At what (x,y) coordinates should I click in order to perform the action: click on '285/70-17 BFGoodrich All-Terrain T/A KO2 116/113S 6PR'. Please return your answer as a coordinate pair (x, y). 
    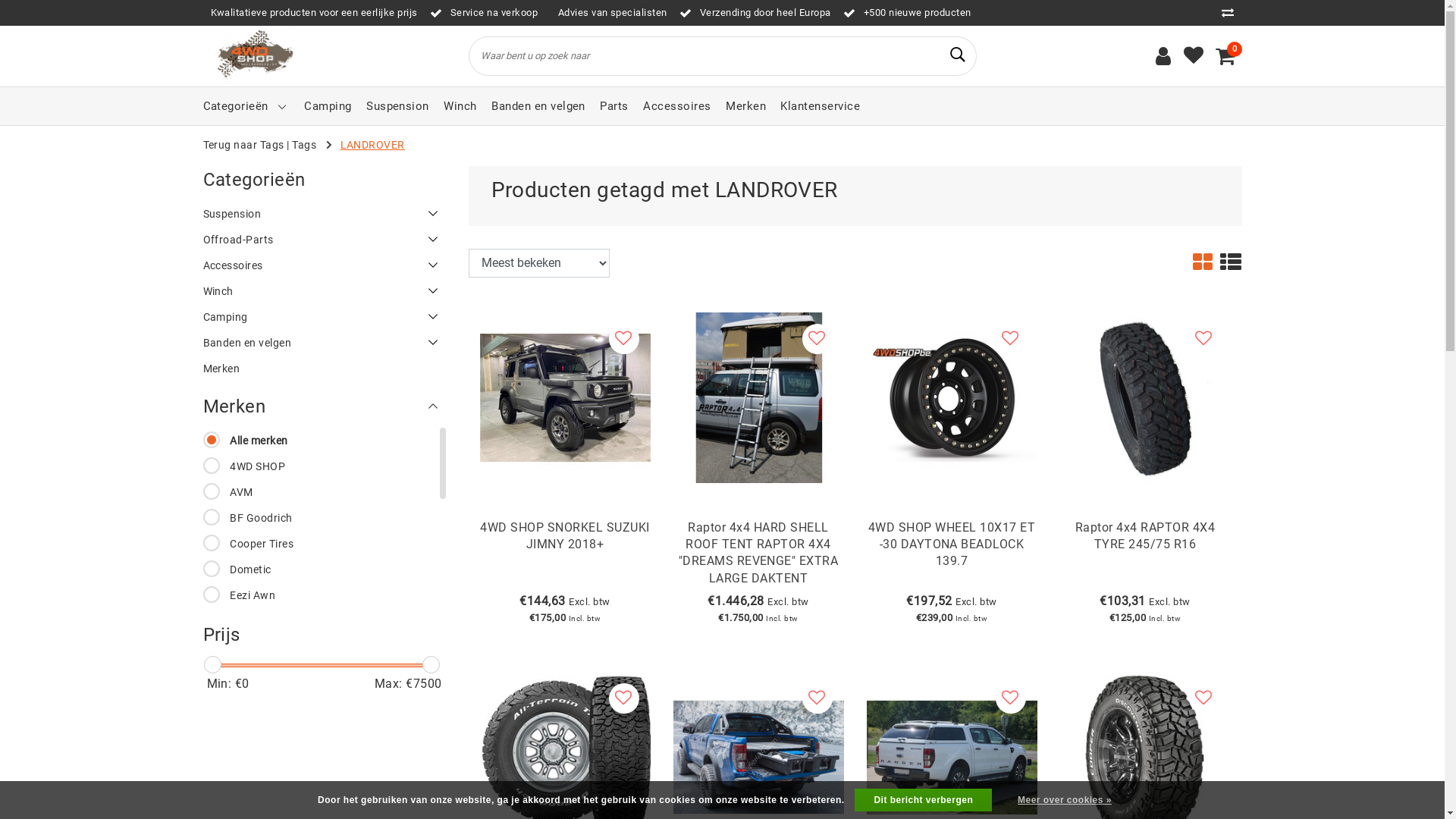
    Looking at the image, I should click on (563, 755).